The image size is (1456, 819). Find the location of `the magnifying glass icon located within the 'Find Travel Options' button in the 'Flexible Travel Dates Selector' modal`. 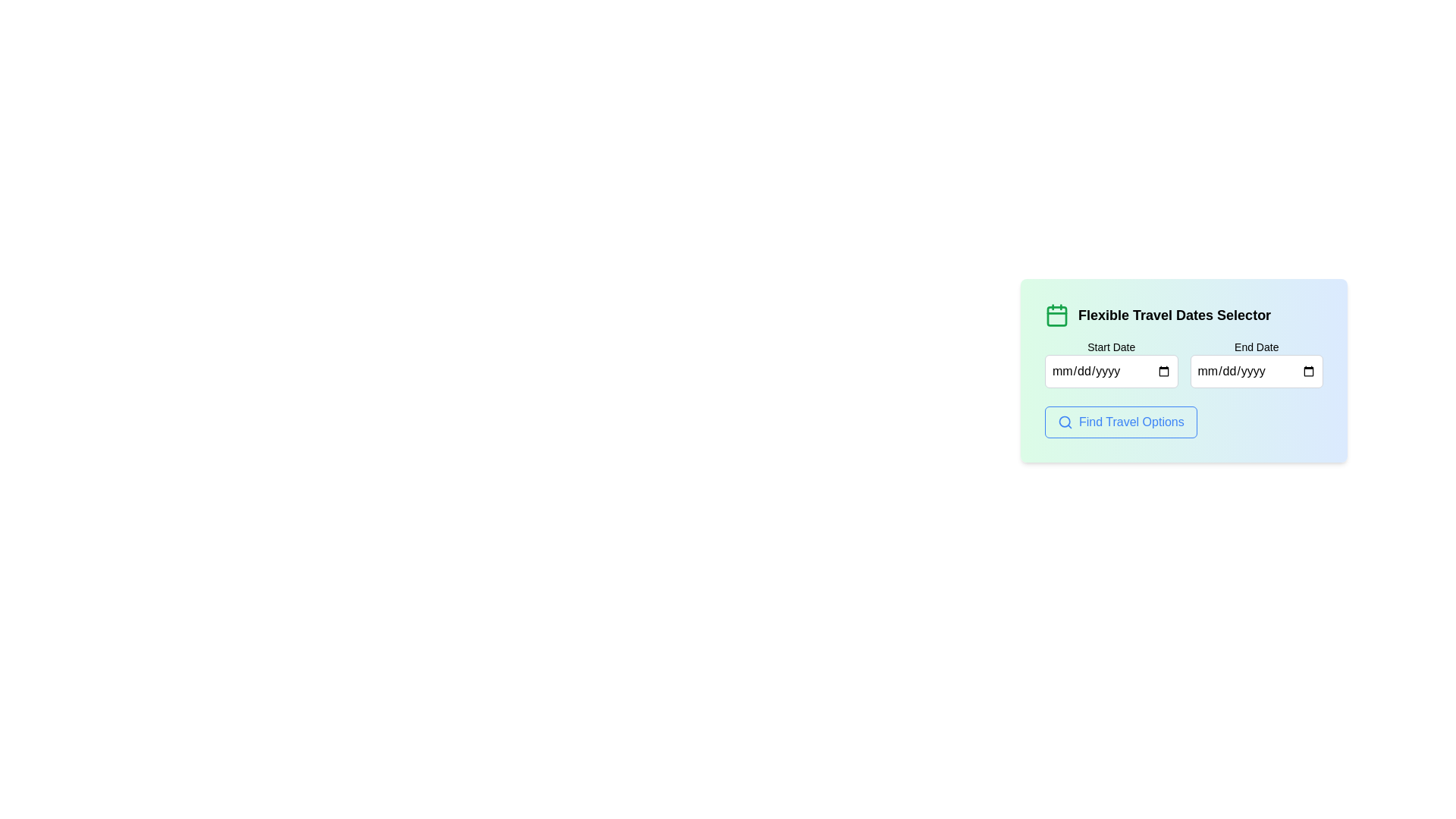

the magnifying glass icon located within the 'Find Travel Options' button in the 'Flexible Travel Dates Selector' modal is located at coordinates (1065, 422).